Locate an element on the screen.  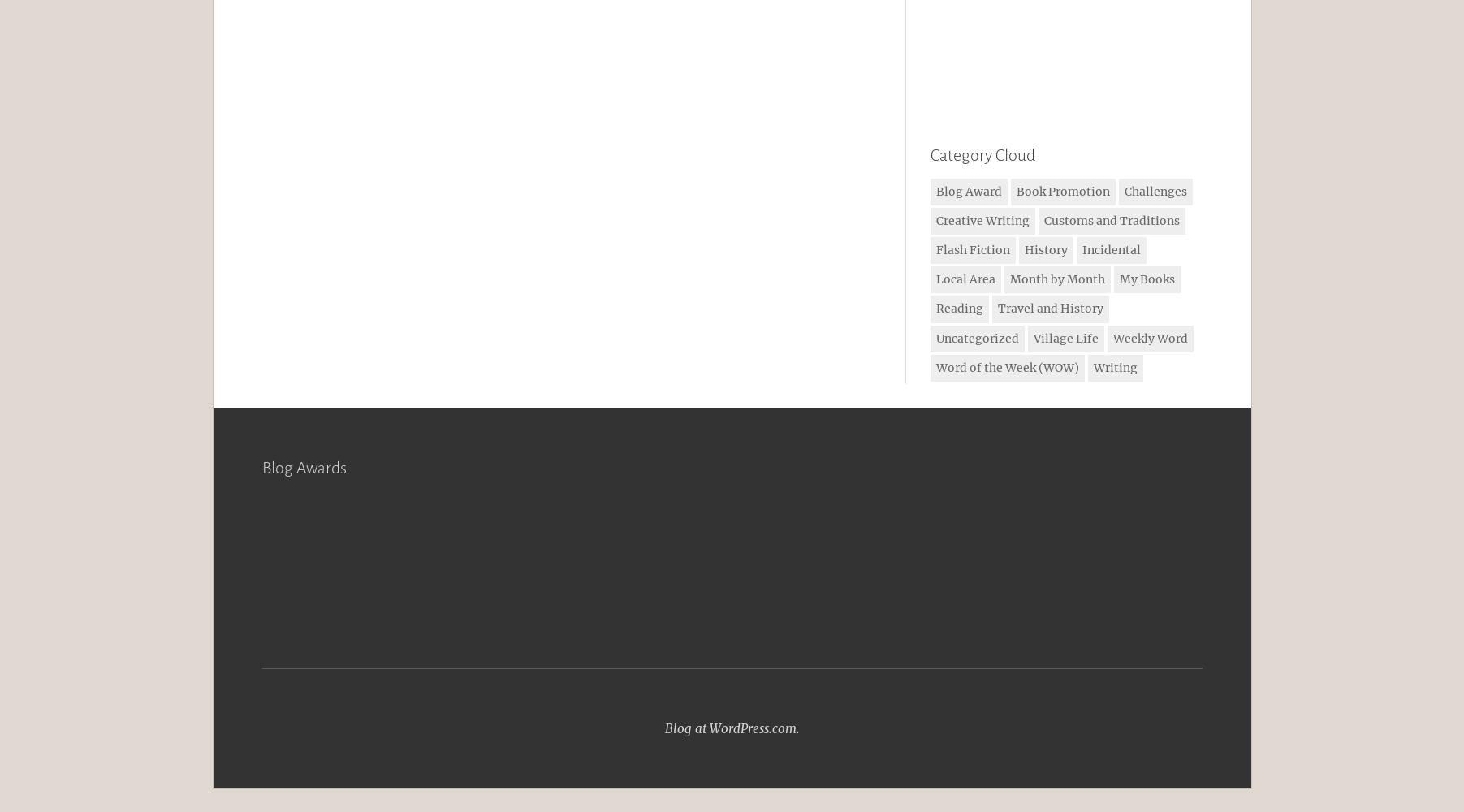
'Reading' is located at coordinates (934, 309).